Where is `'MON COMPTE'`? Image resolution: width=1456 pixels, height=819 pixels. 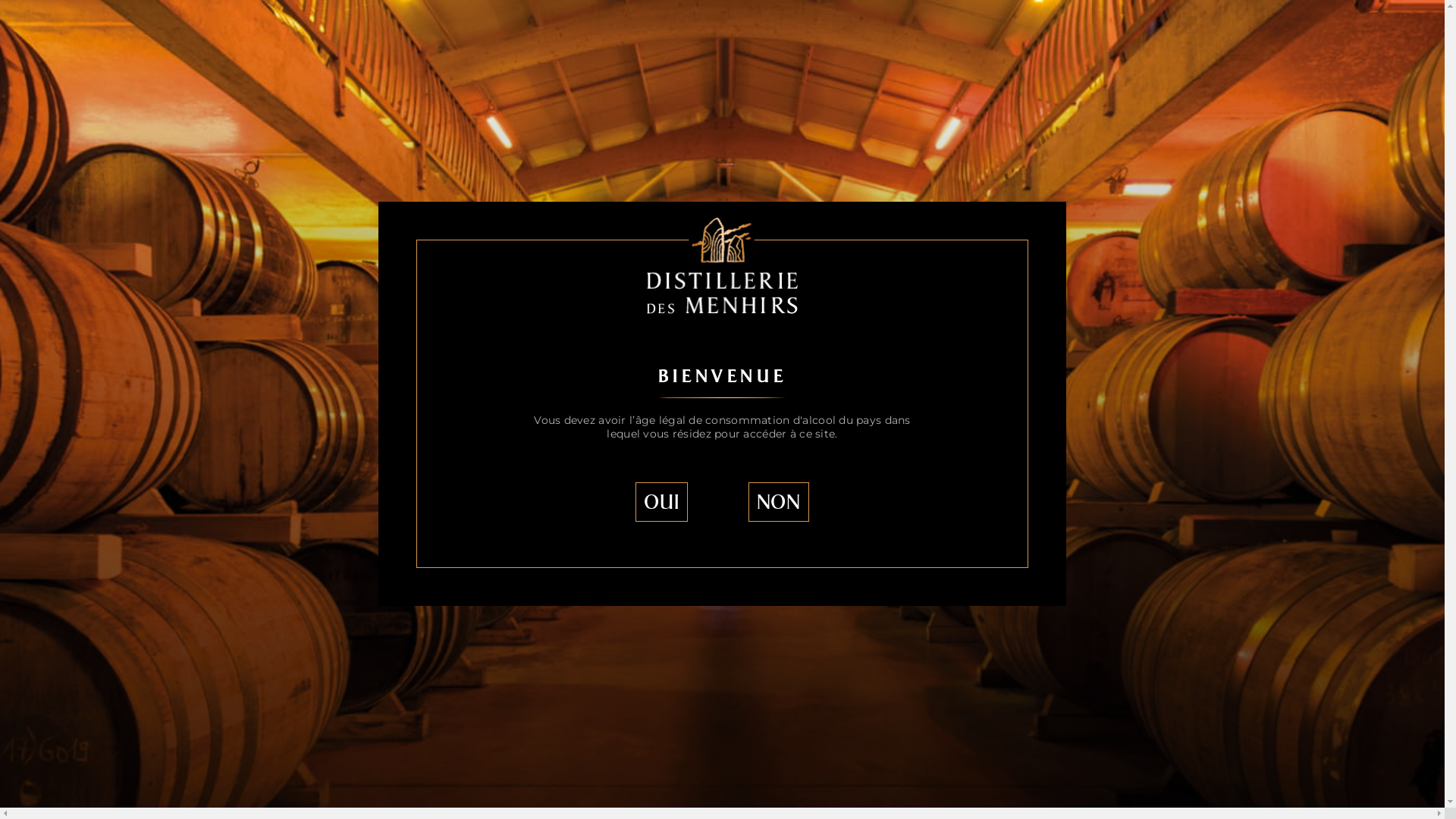
'MON COMPTE' is located at coordinates (1314, 35).